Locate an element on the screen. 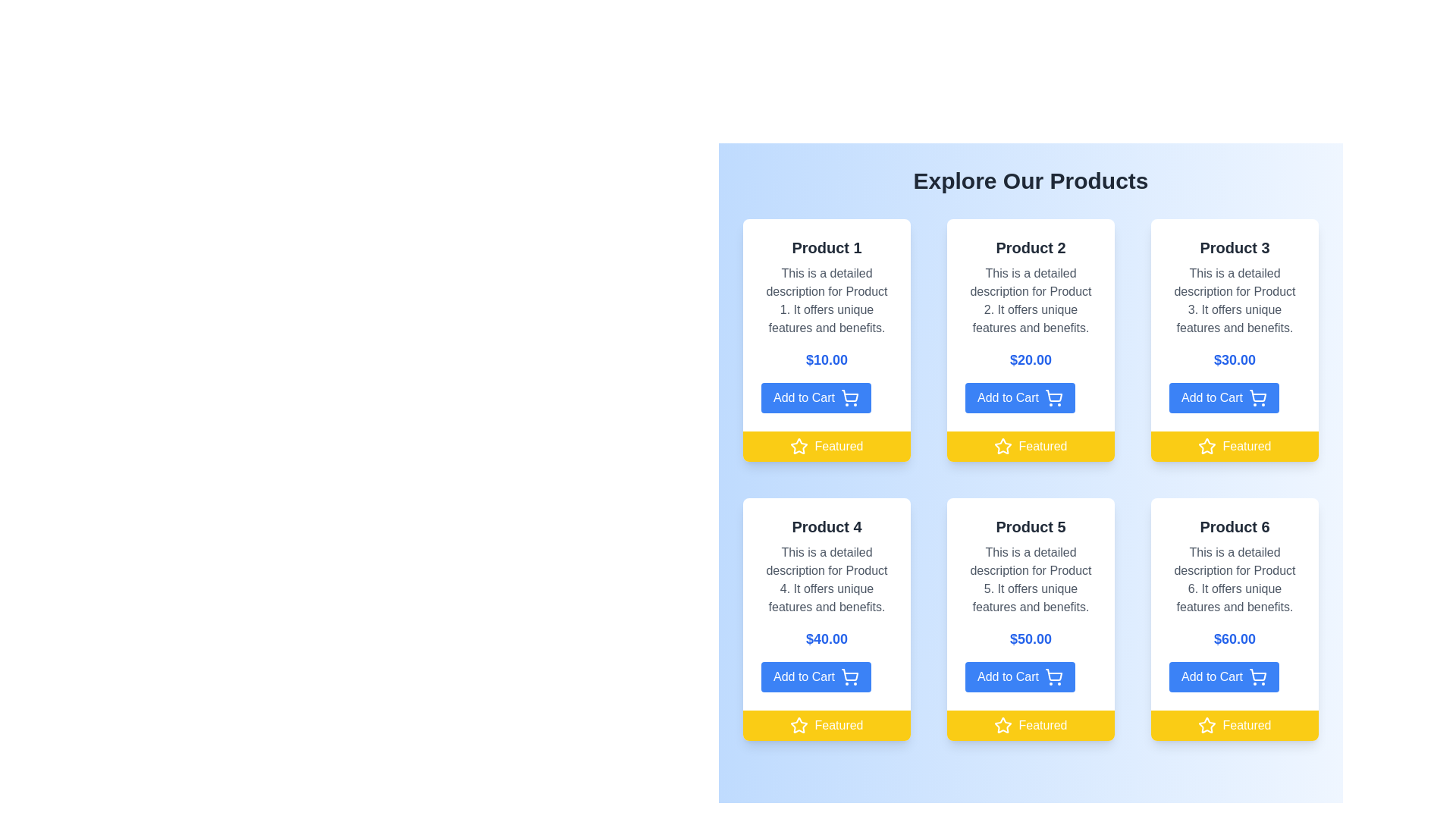 The width and height of the screenshot is (1456, 819). the text label displaying 'Product 4', which is prominently styled and located at the top of its respective product card in a 3x2 grid layout is located at coordinates (826, 526).